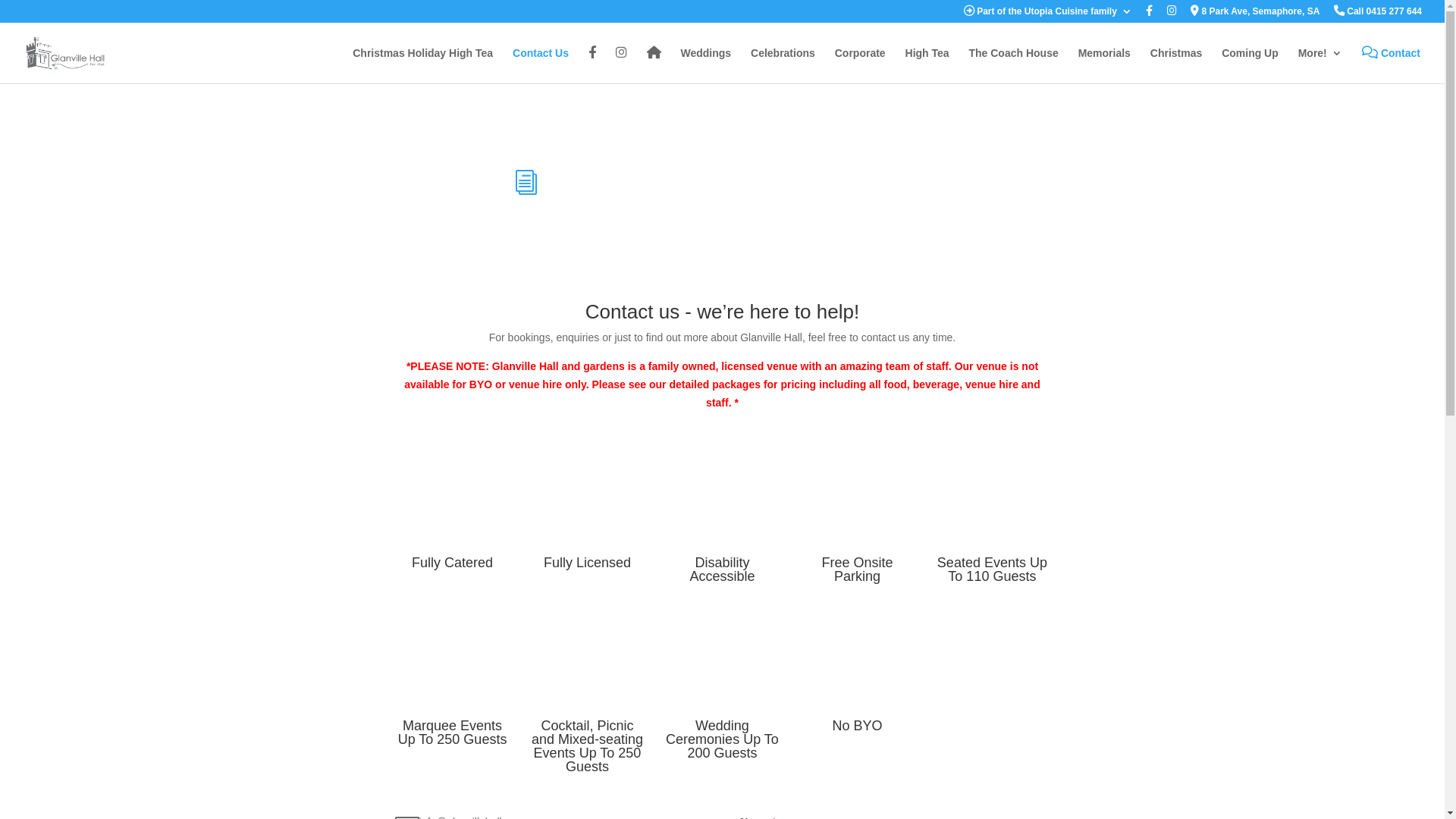 This screenshot has height=819, width=1456. What do you see at coordinates (1171, 14) in the screenshot?
I see `'Instagram'` at bounding box center [1171, 14].